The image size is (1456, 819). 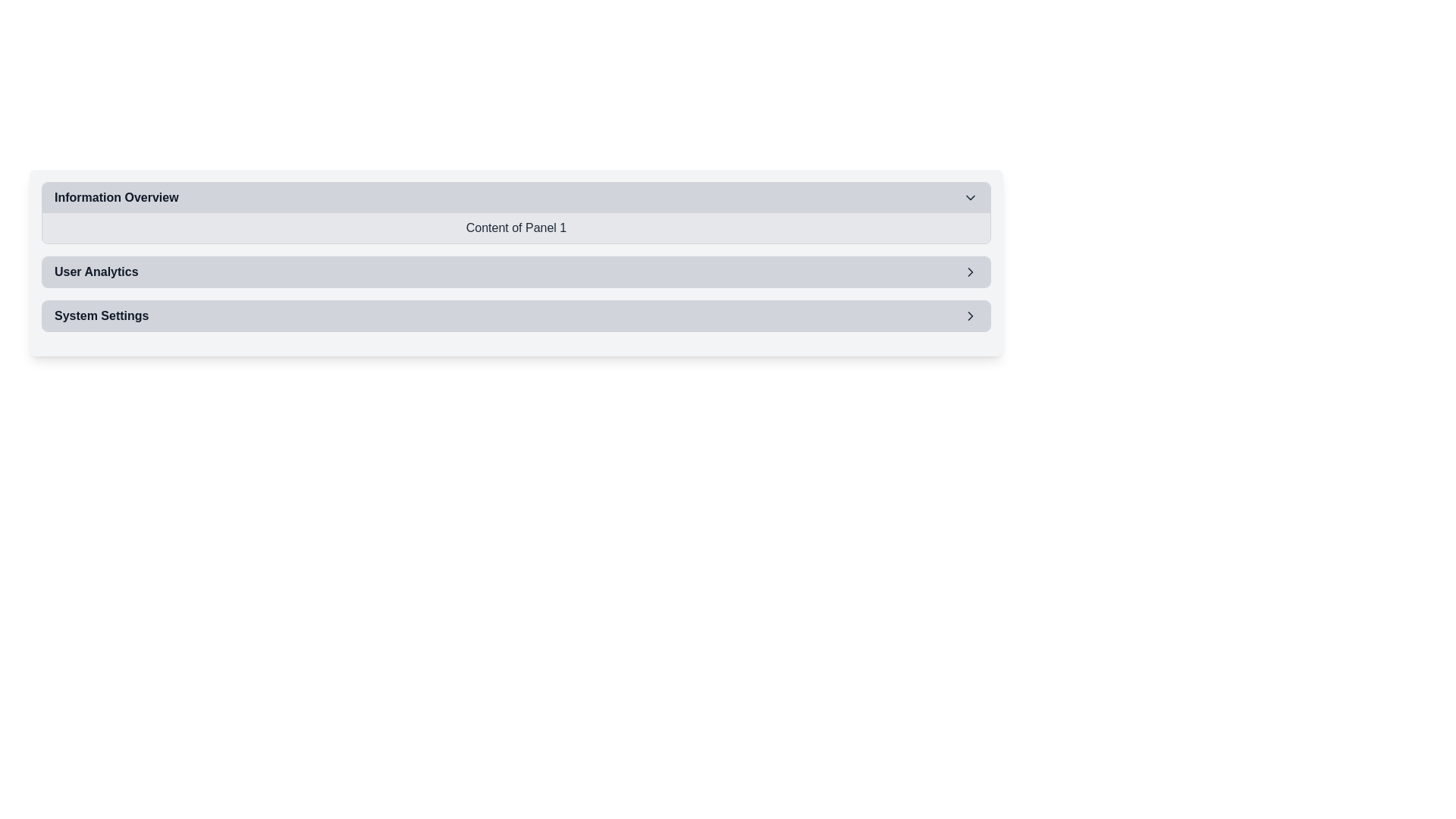 I want to click on the rightward-pointing chevron icon in the 'System Settings' section, so click(x=971, y=315).